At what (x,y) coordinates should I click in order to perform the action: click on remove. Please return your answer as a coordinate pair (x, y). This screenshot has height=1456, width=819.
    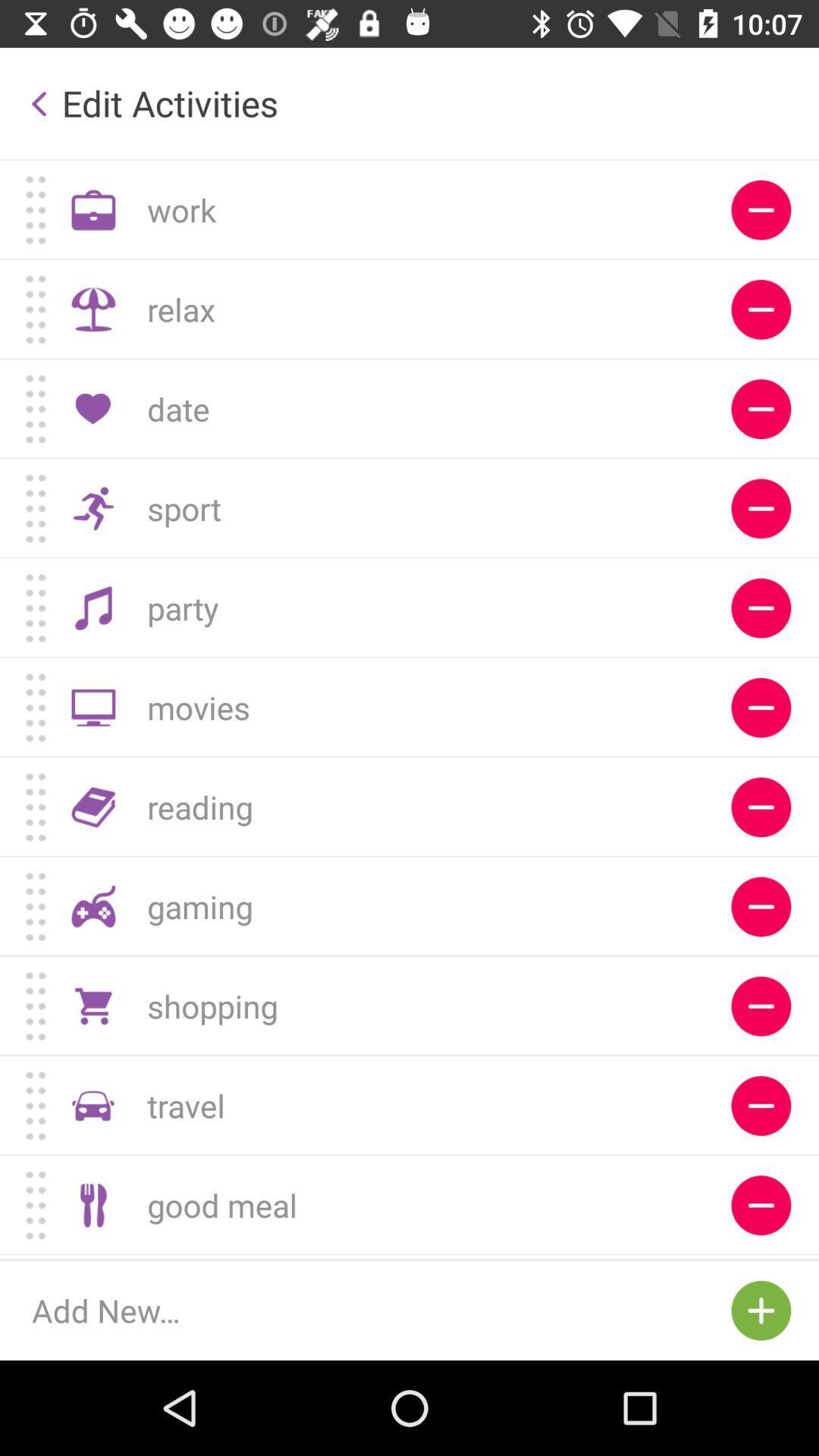
    Looking at the image, I should click on (761, 906).